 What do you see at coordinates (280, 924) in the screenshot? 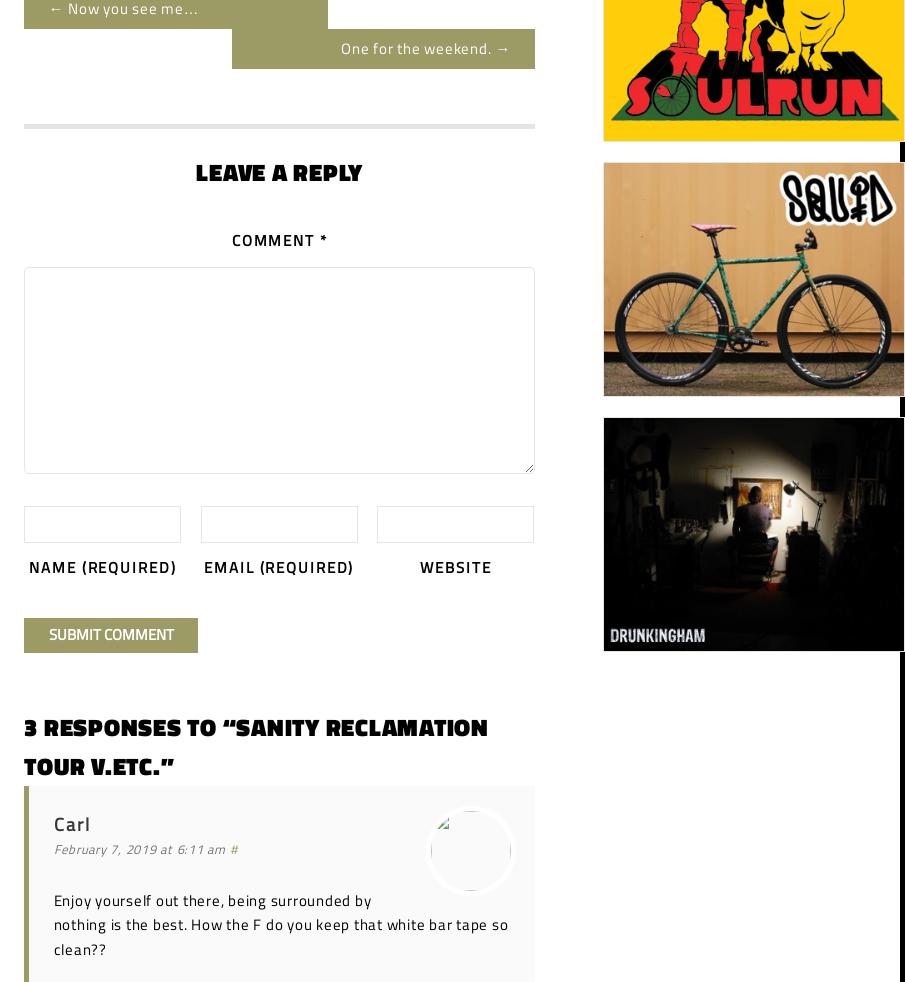
I see `'Enjoy yourself out there, being surrounded by nothing is the best.  How the F do you keep that white bar tape so clean??'` at bounding box center [280, 924].